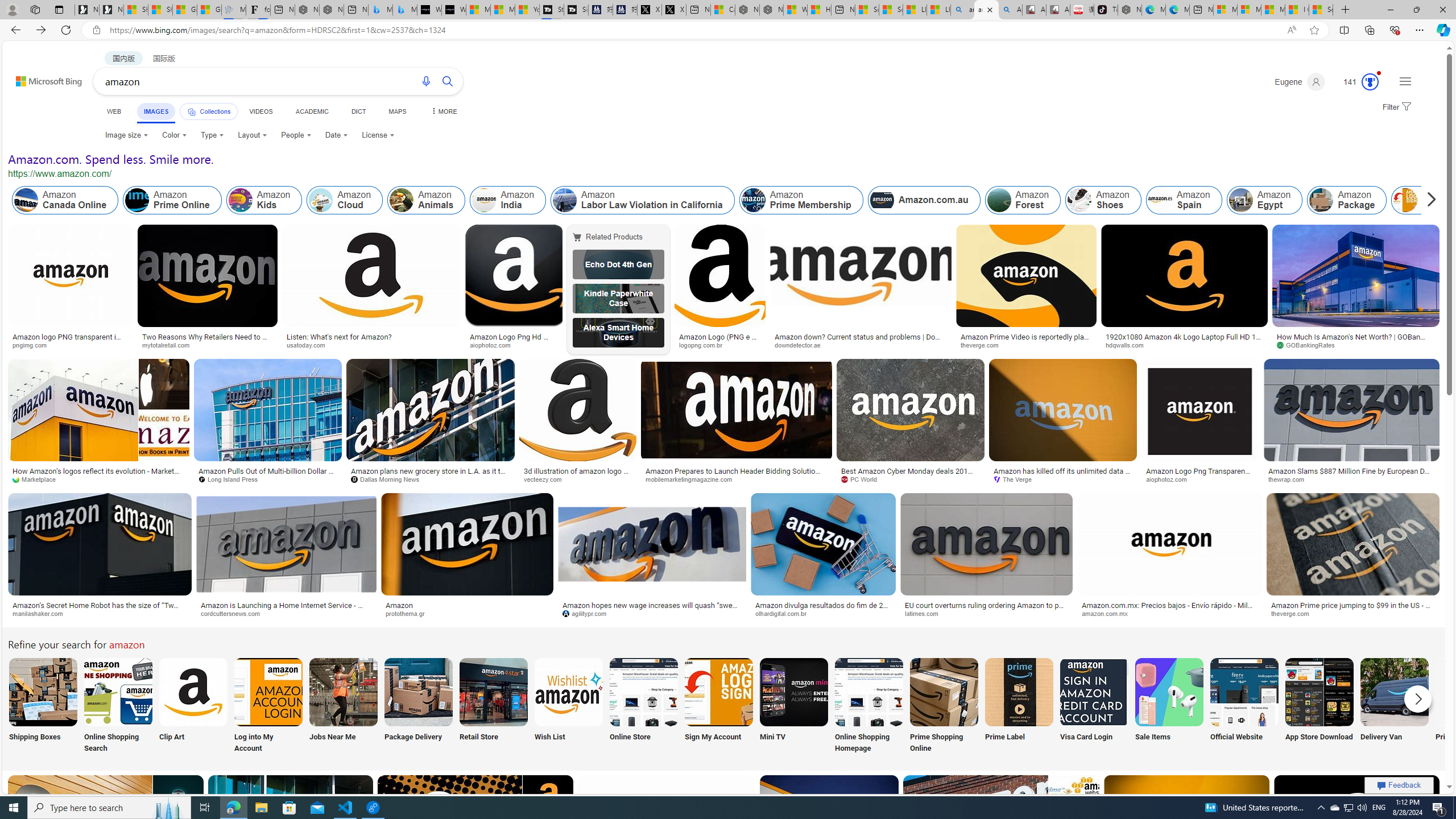  I want to click on 'MORE', so click(442, 111).